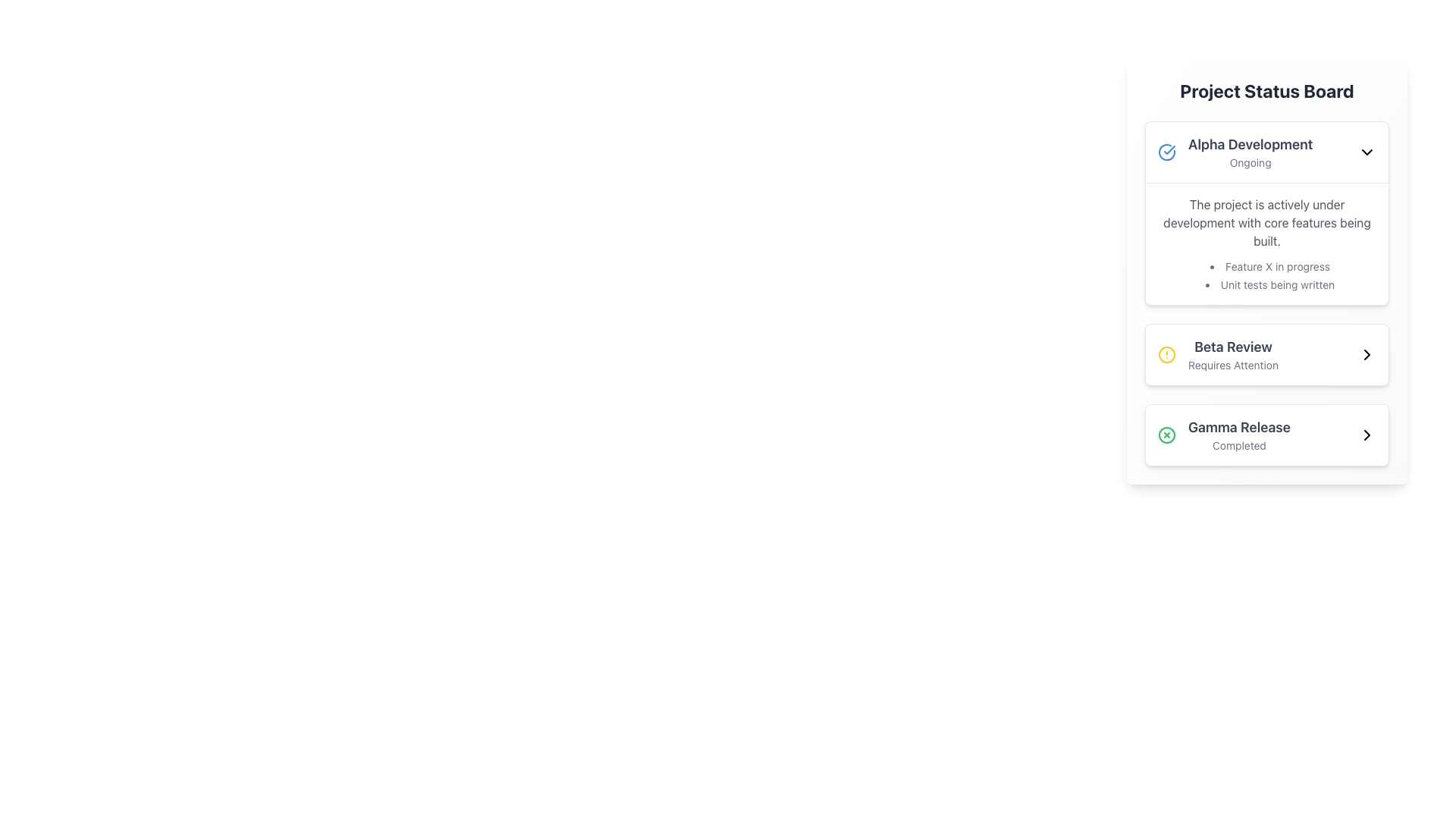  I want to click on the 'Alpha Development' project status display located in the top-left corner of the 'Project Status Board' section, so click(1250, 152).